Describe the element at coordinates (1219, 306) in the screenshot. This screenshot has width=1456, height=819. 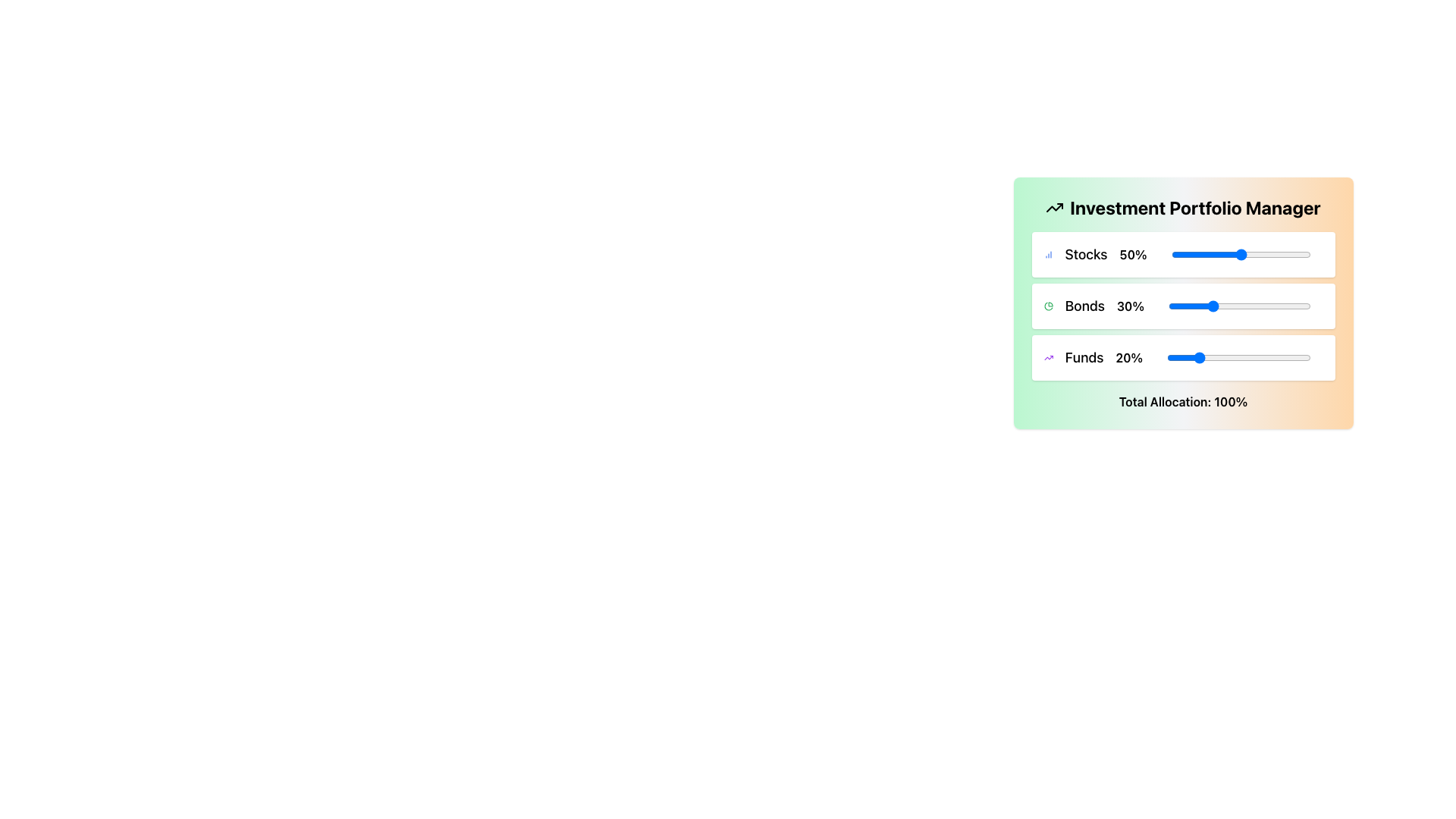
I see `the 'Bonds' allocation` at that location.